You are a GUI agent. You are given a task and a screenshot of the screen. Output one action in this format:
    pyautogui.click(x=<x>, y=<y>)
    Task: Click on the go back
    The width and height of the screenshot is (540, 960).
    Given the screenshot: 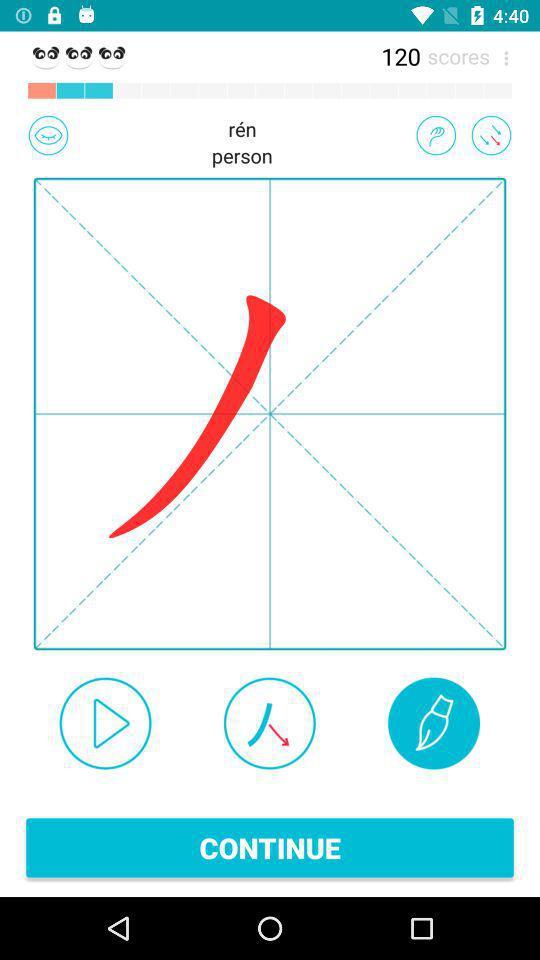 What is the action you would take?
    pyautogui.click(x=490, y=134)
    